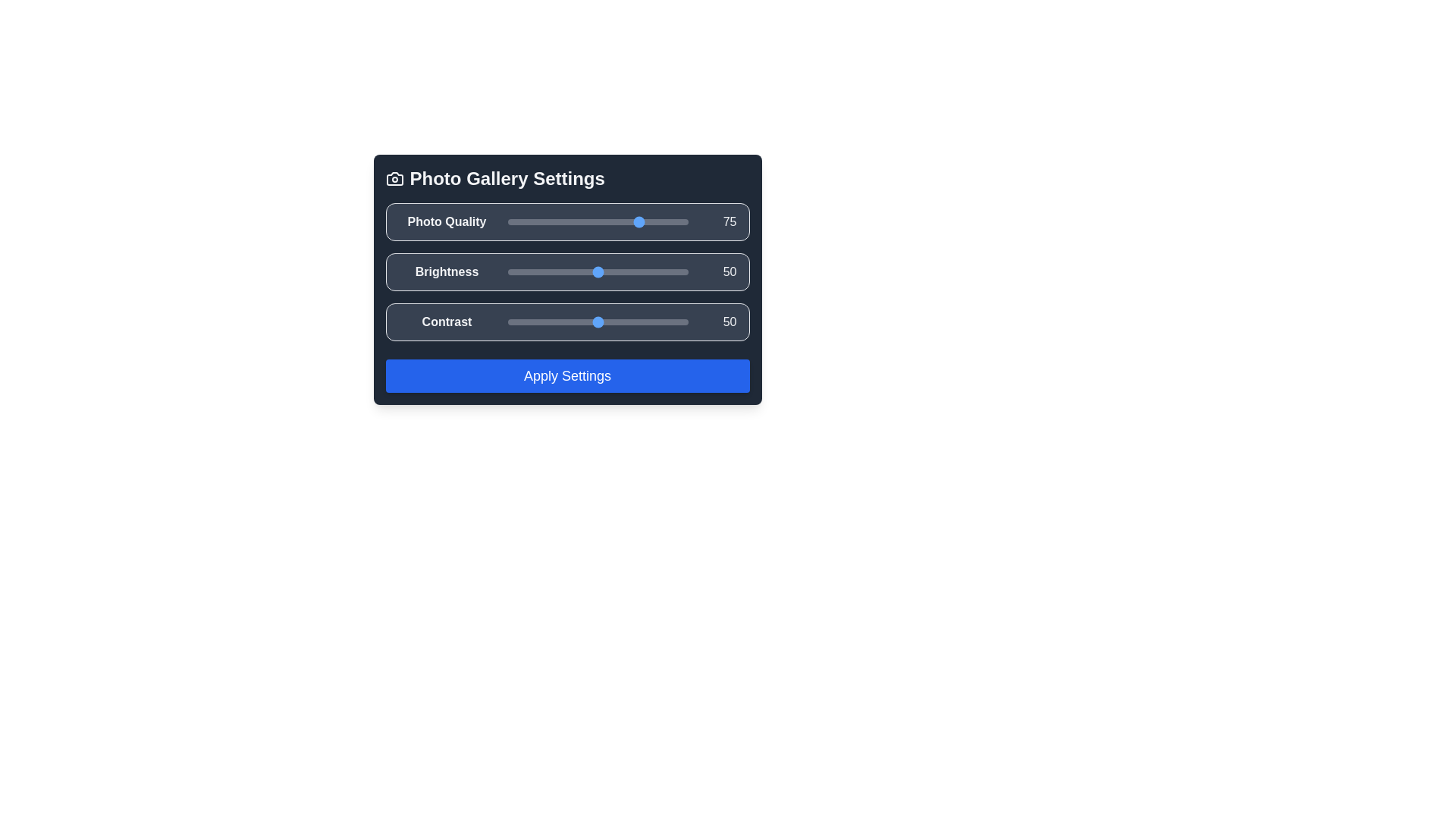 This screenshot has width=1456, height=819. Describe the element at coordinates (591, 271) in the screenshot. I see `brightness` at that location.